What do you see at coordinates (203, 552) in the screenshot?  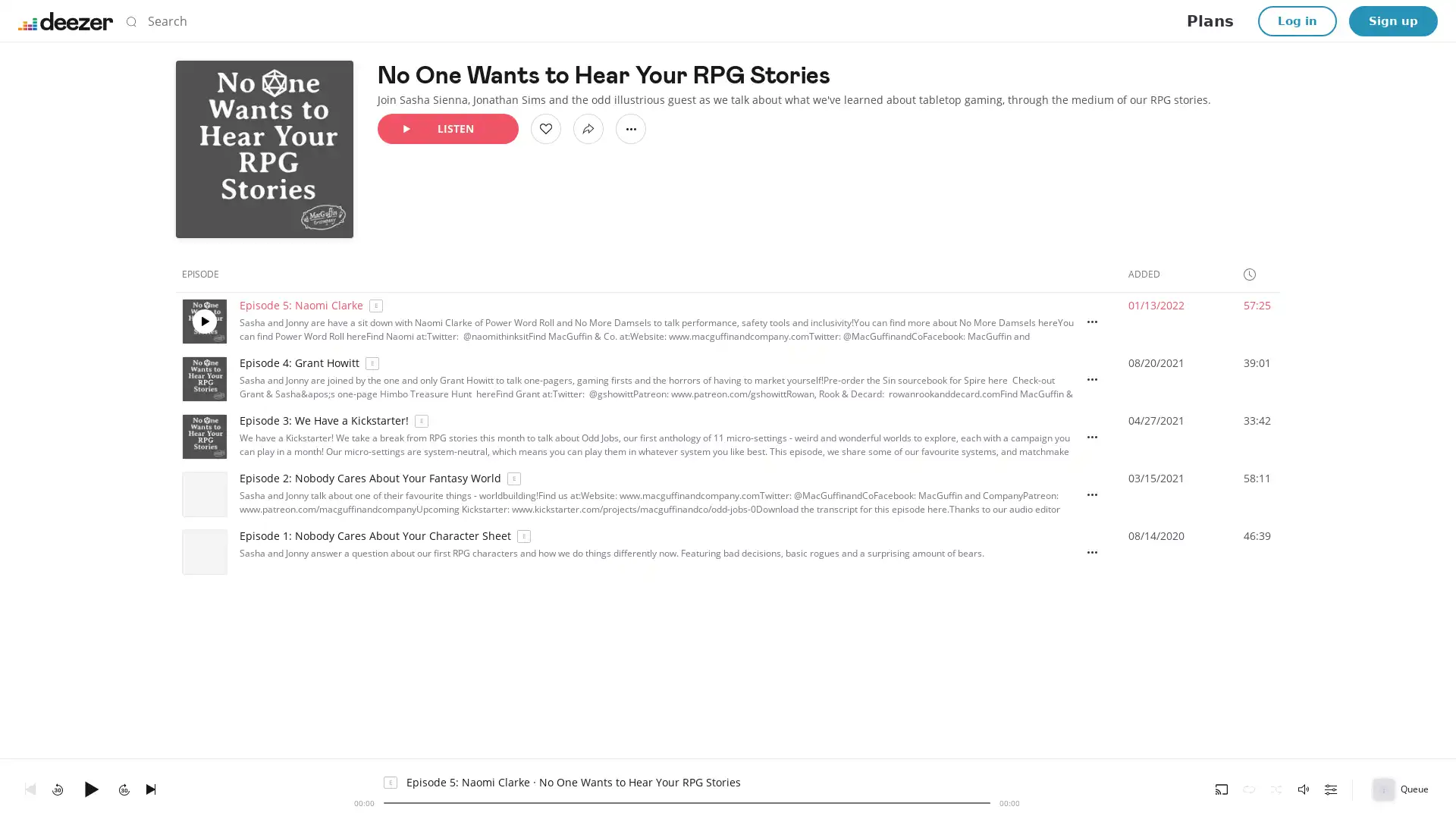 I see `Play Episode 1: Nobody Cares About Your Character Sheet by No One Wants to Hear Your RPG Stories` at bounding box center [203, 552].